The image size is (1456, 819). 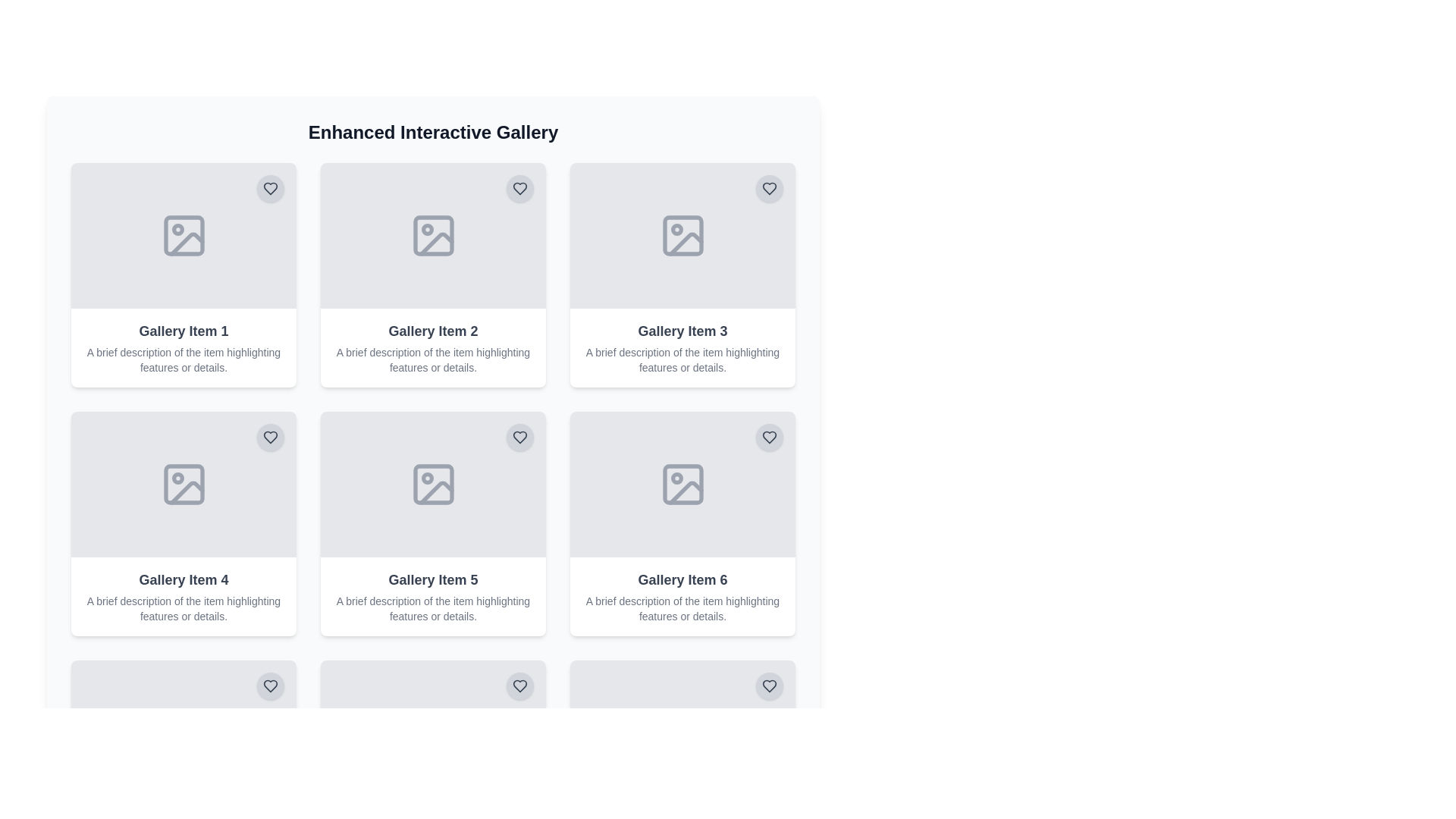 What do you see at coordinates (682, 595) in the screenshot?
I see `the text content titled 'Gallery Item 6' which is in bold, dark gray text with a lighter gray description below it, located at the bottom of the sixth gallery card in the second row and third column of the gallery` at bounding box center [682, 595].